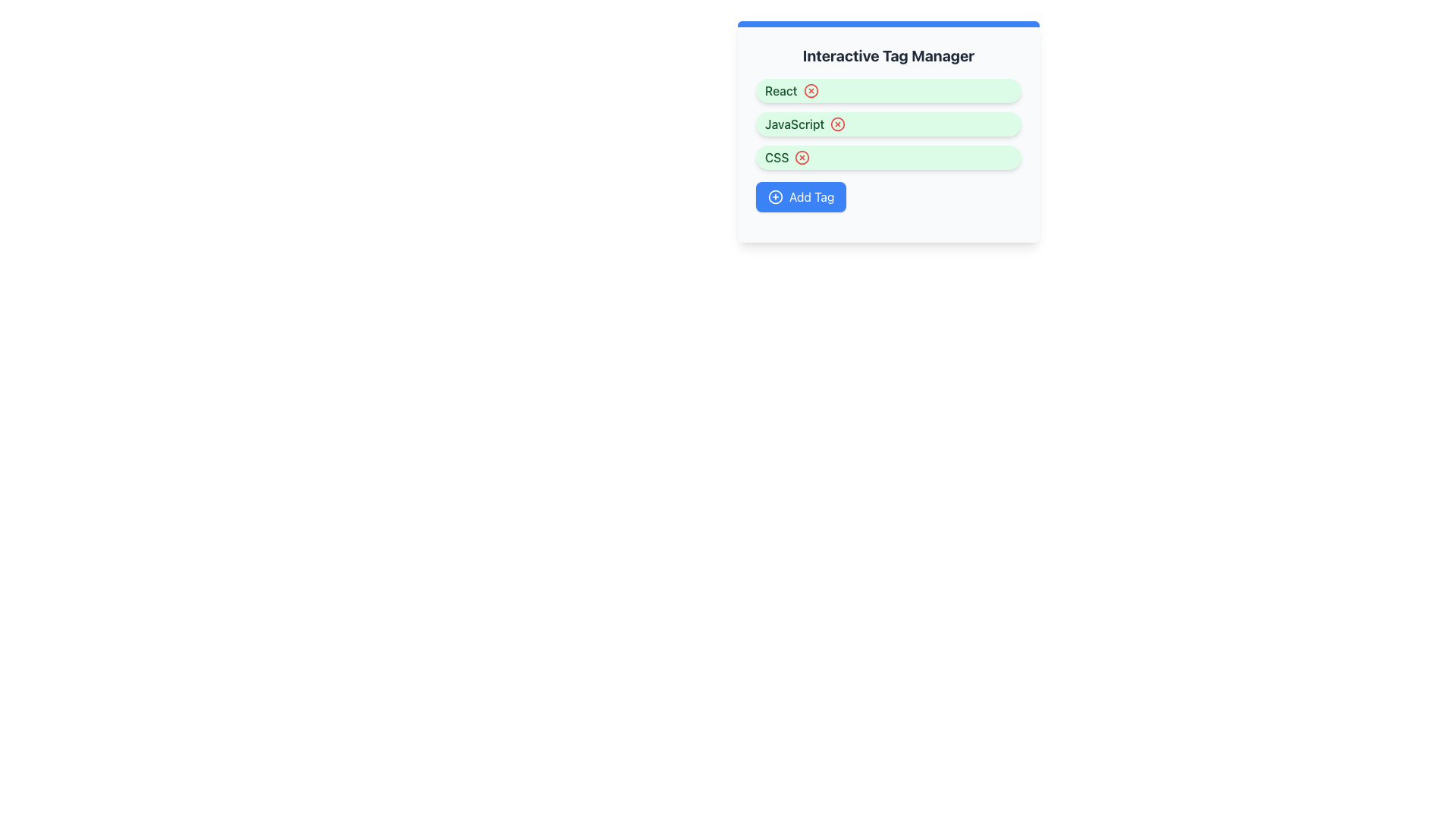 Image resolution: width=1456 pixels, height=819 pixels. What do you see at coordinates (802, 158) in the screenshot?
I see `the circular part of the cancellation or removal icon located to the right of the 'CSS' label field` at bounding box center [802, 158].